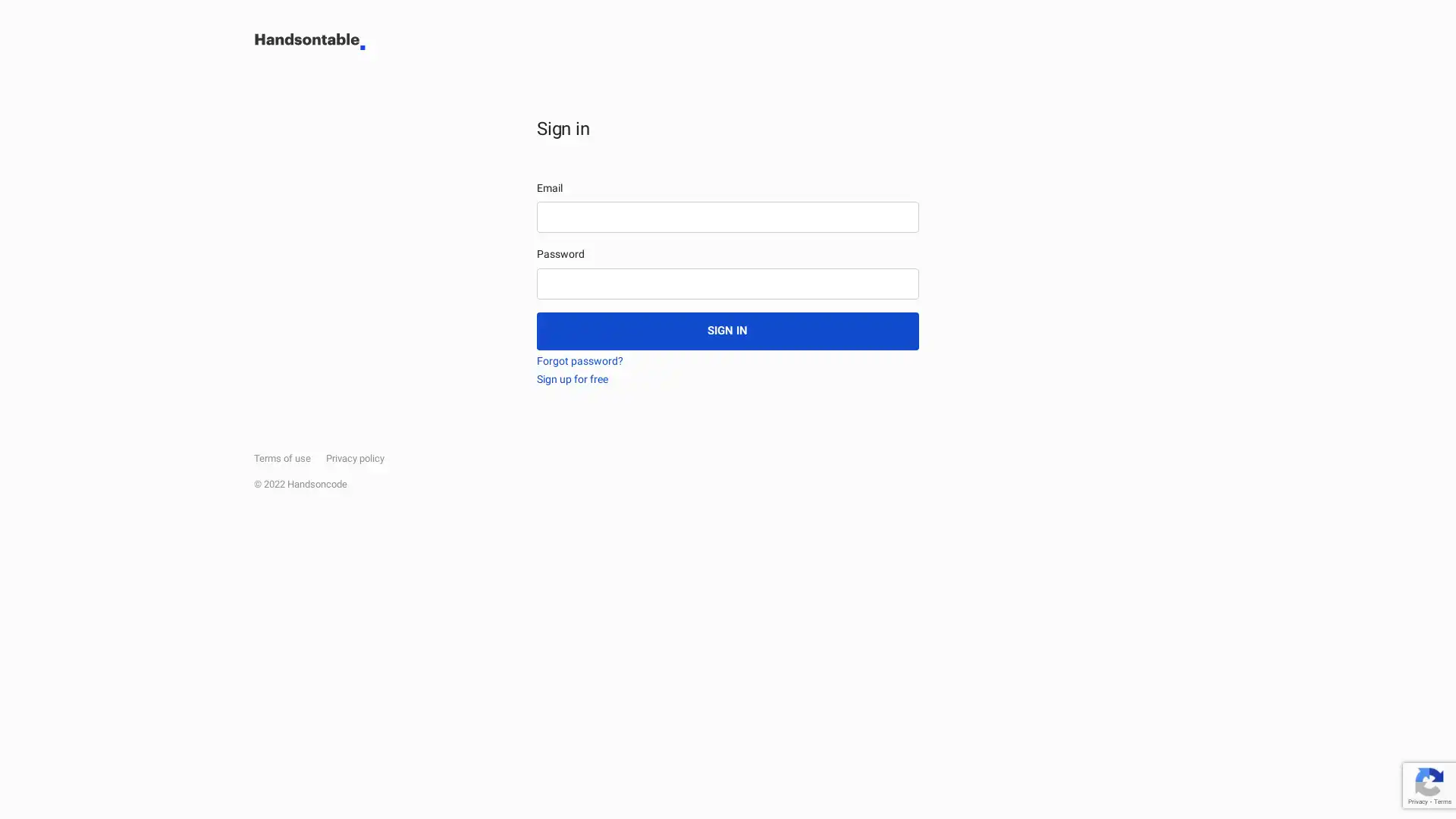 The height and width of the screenshot is (819, 1456). What do you see at coordinates (726, 329) in the screenshot?
I see `SIGN IN` at bounding box center [726, 329].